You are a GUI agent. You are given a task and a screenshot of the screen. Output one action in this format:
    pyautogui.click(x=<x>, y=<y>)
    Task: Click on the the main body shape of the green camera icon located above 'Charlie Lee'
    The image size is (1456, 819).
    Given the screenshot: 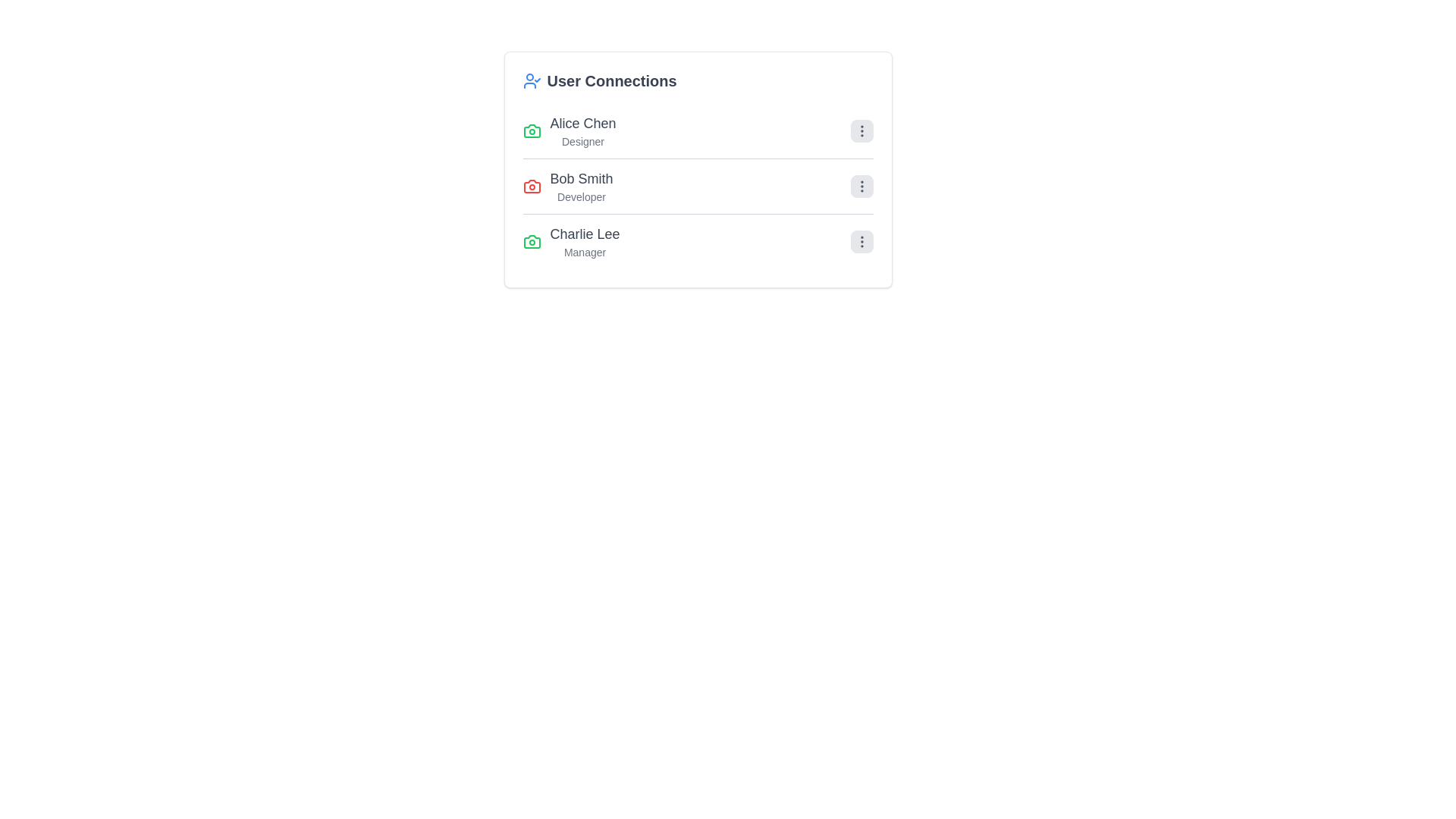 What is the action you would take?
    pyautogui.click(x=532, y=130)
    